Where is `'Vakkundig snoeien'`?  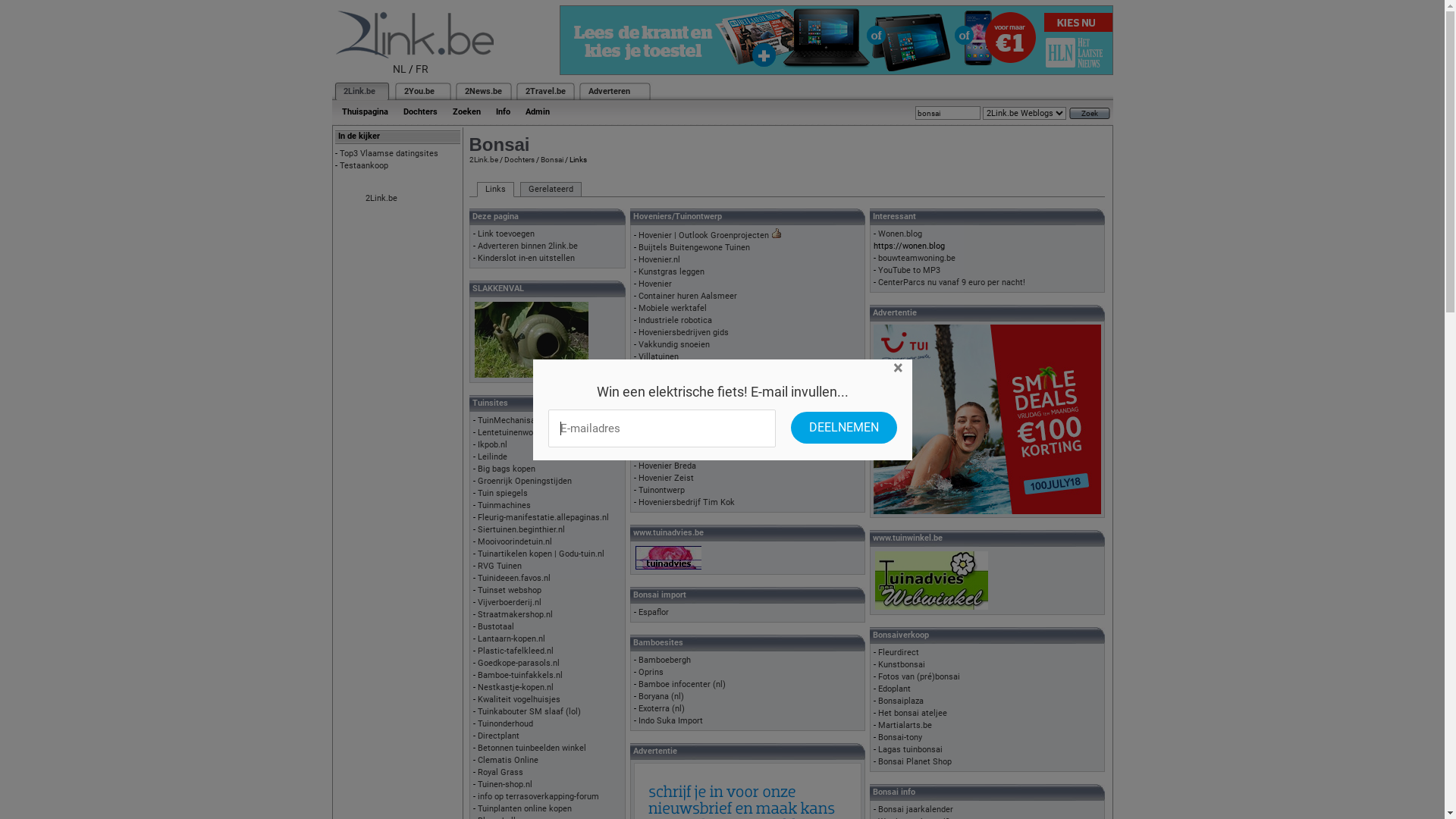
'Vakkundig snoeien' is located at coordinates (673, 344).